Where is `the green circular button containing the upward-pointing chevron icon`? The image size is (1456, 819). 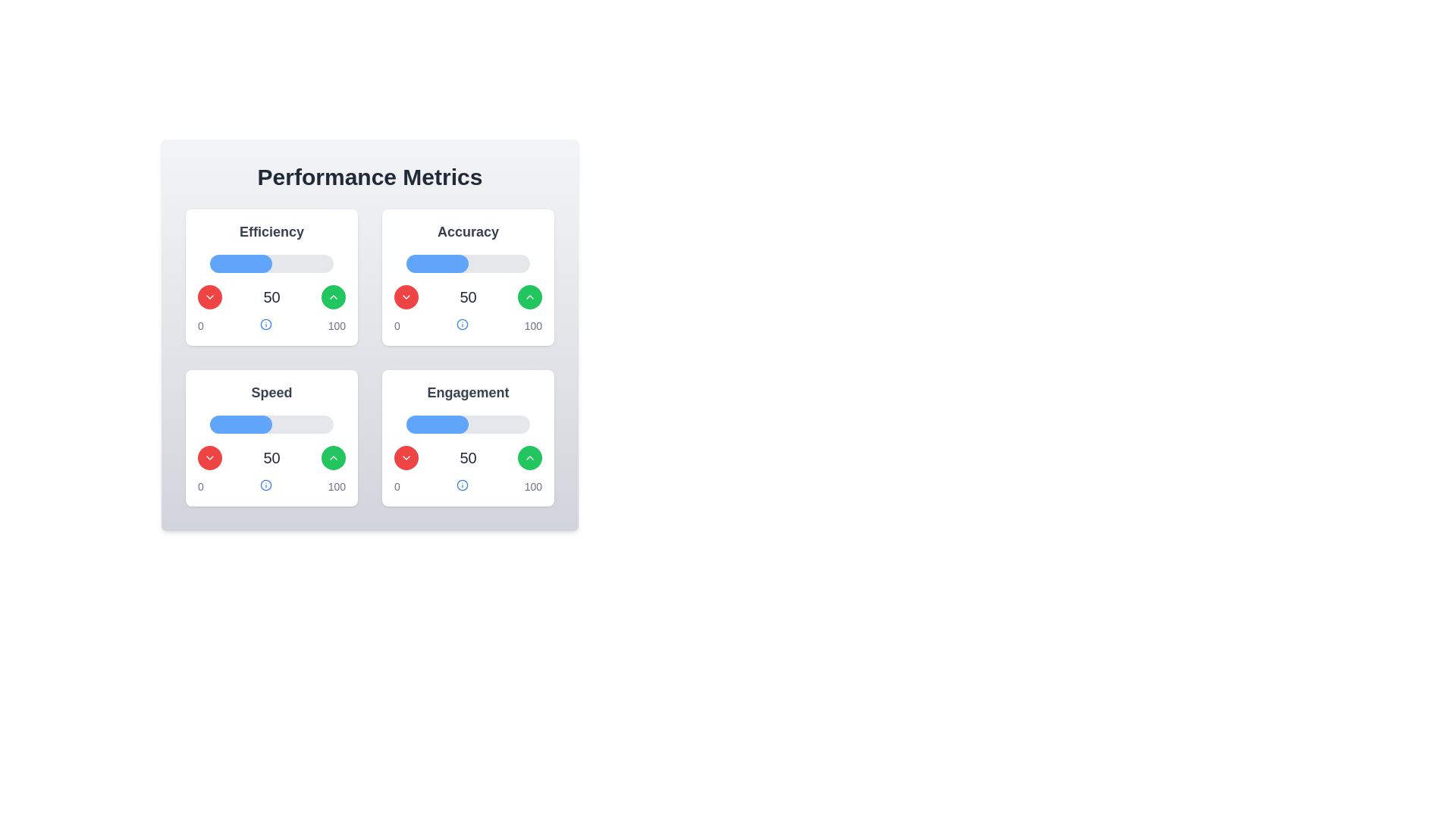
the green circular button containing the upward-pointing chevron icon is located at coordinates (530, 457).